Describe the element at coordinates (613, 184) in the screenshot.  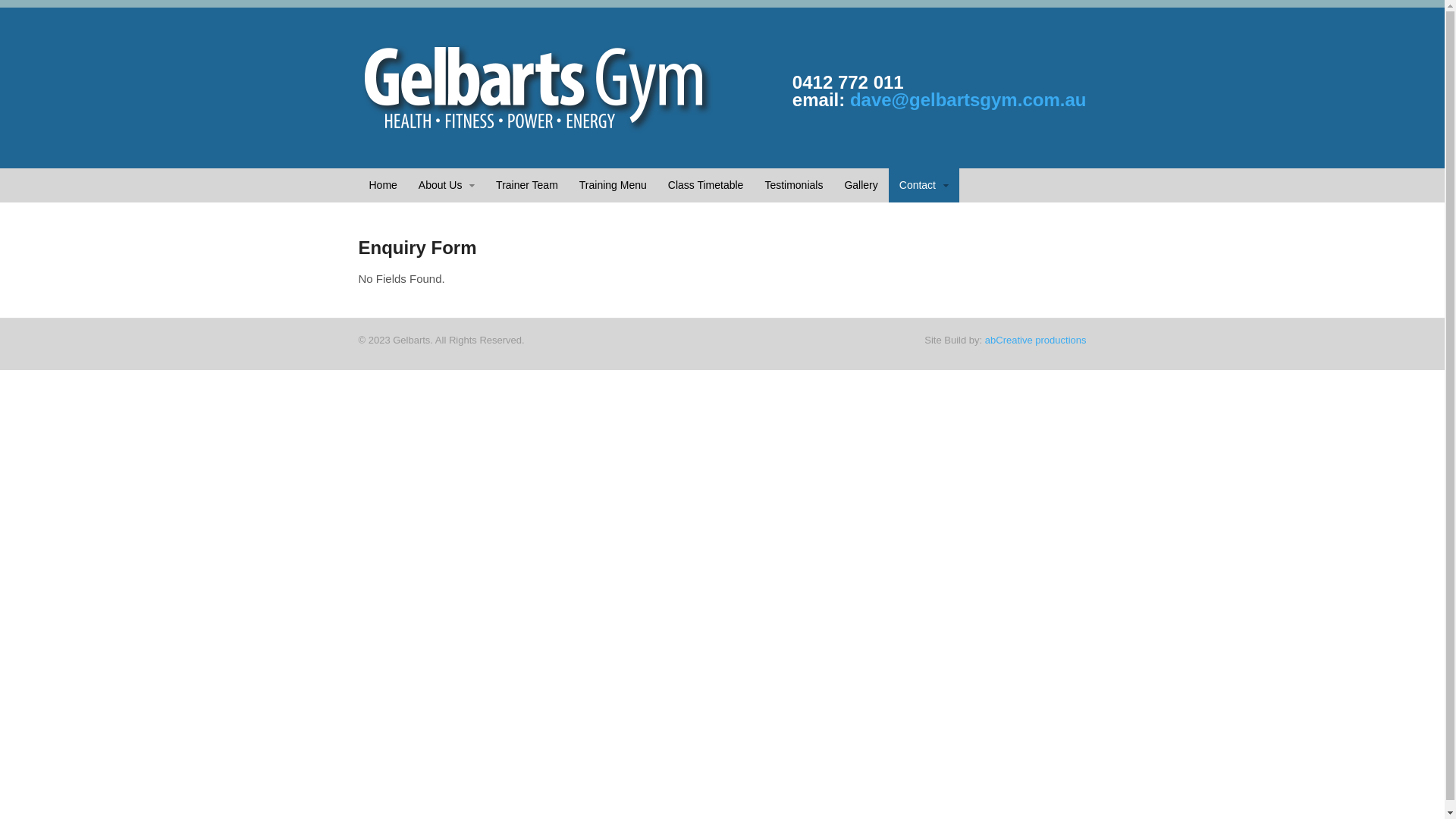
I see `'Training Menu'` at that location.